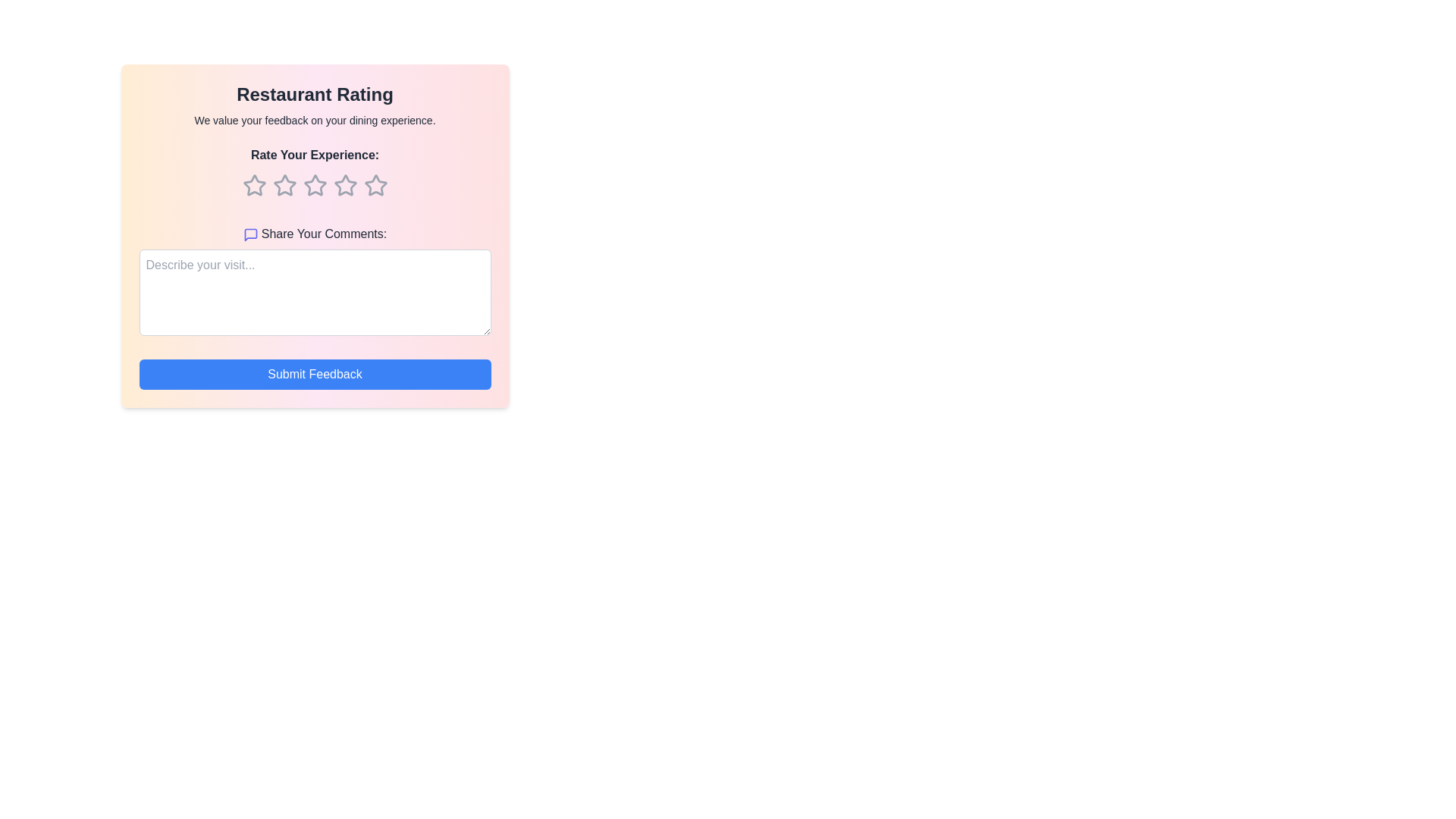 Image resolution: width=1456 pixels, height=819 pixels. What do you see at coordinates (314, 175) in the screenshot?
I see `the text heading labeled 'Rate Your Experience:', which is styled in bold and positioned above the star rating interface` at bounding box center [314, 175].